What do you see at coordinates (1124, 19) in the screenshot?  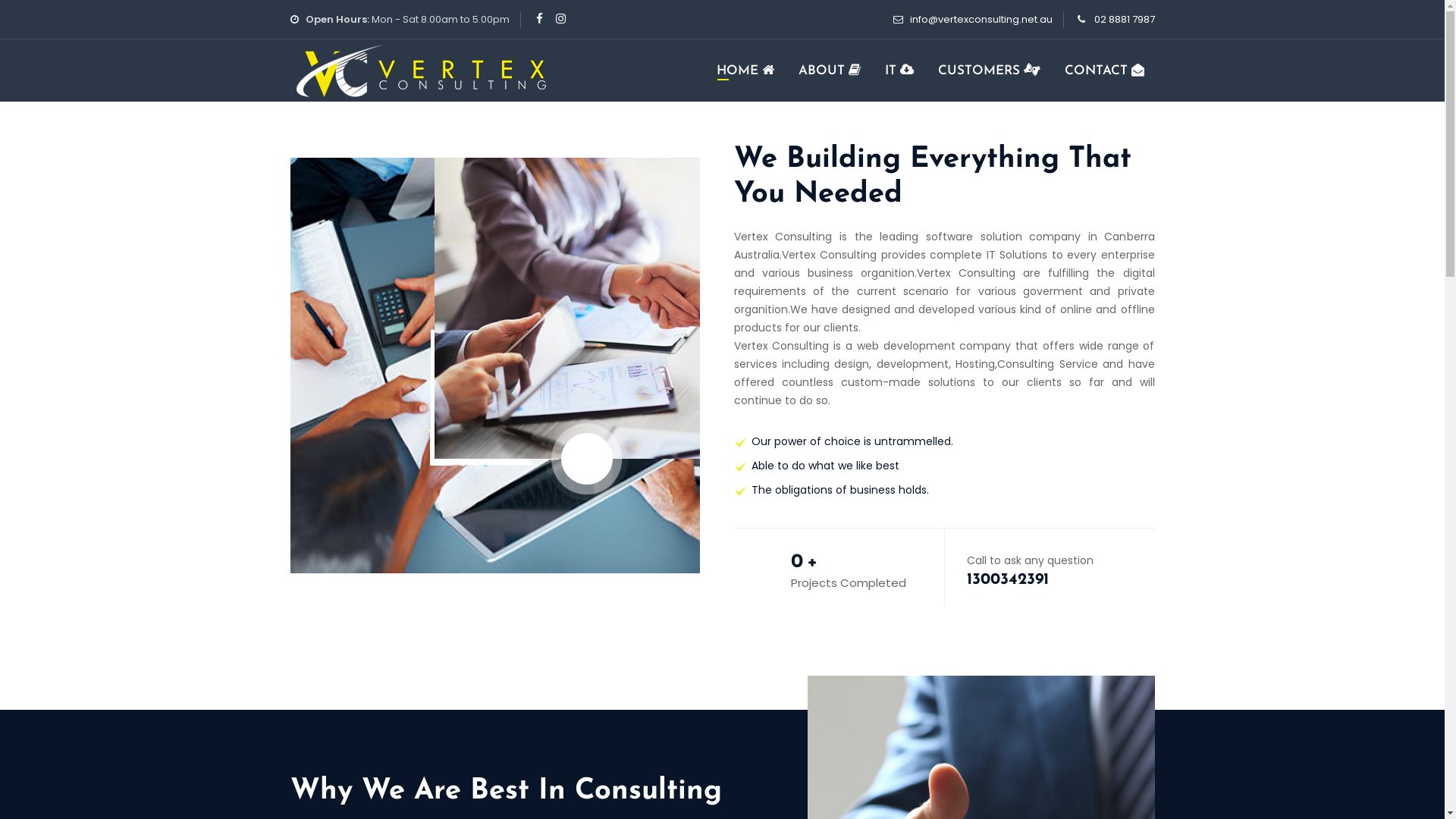 I see `'02 8881 7987'` at bounding box center [1124, 19].